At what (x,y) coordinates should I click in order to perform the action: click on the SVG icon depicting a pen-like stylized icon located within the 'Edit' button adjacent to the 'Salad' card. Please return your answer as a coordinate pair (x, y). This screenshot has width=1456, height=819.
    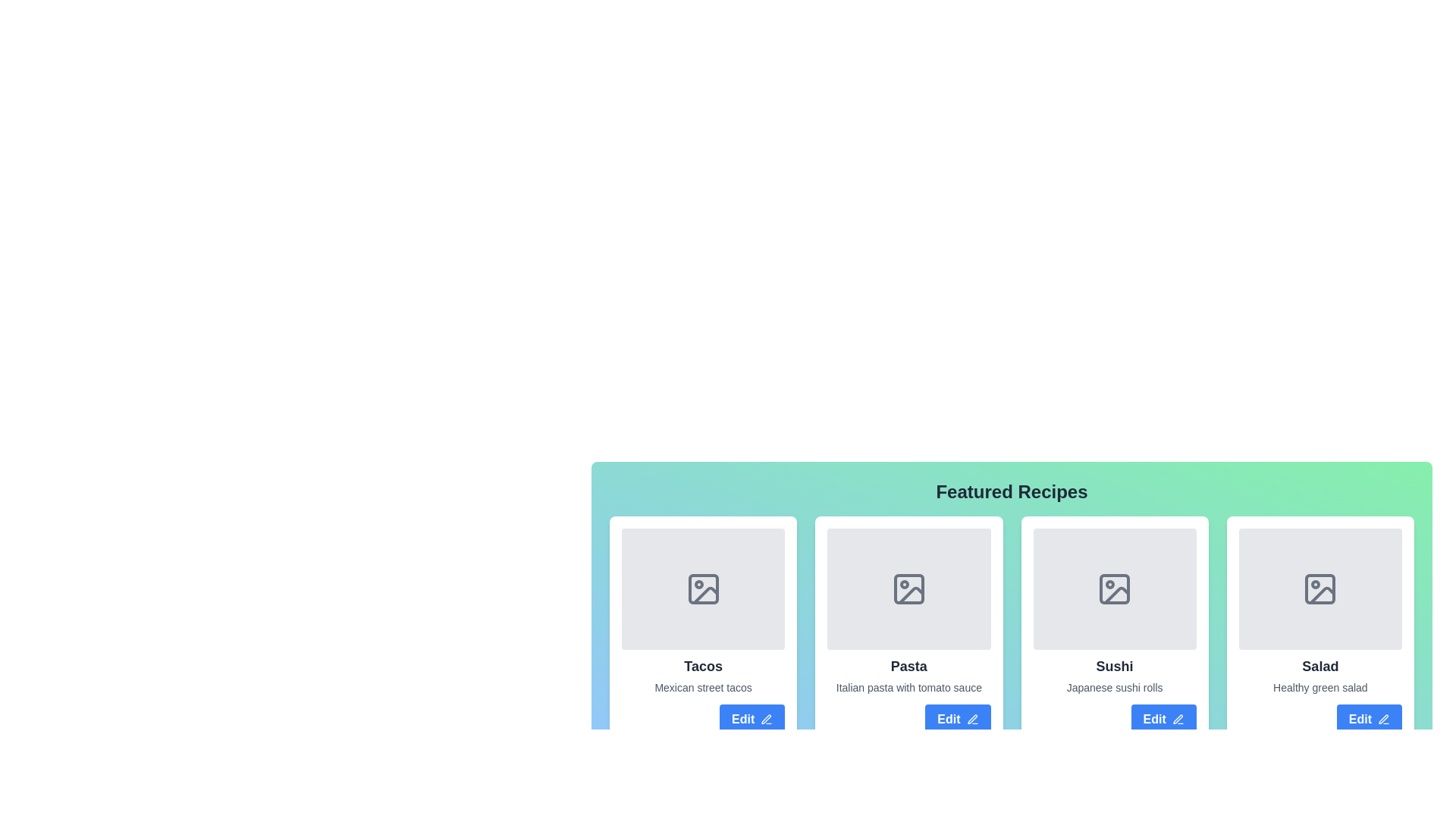
    Looking at the image, I should click on (1383, 718).